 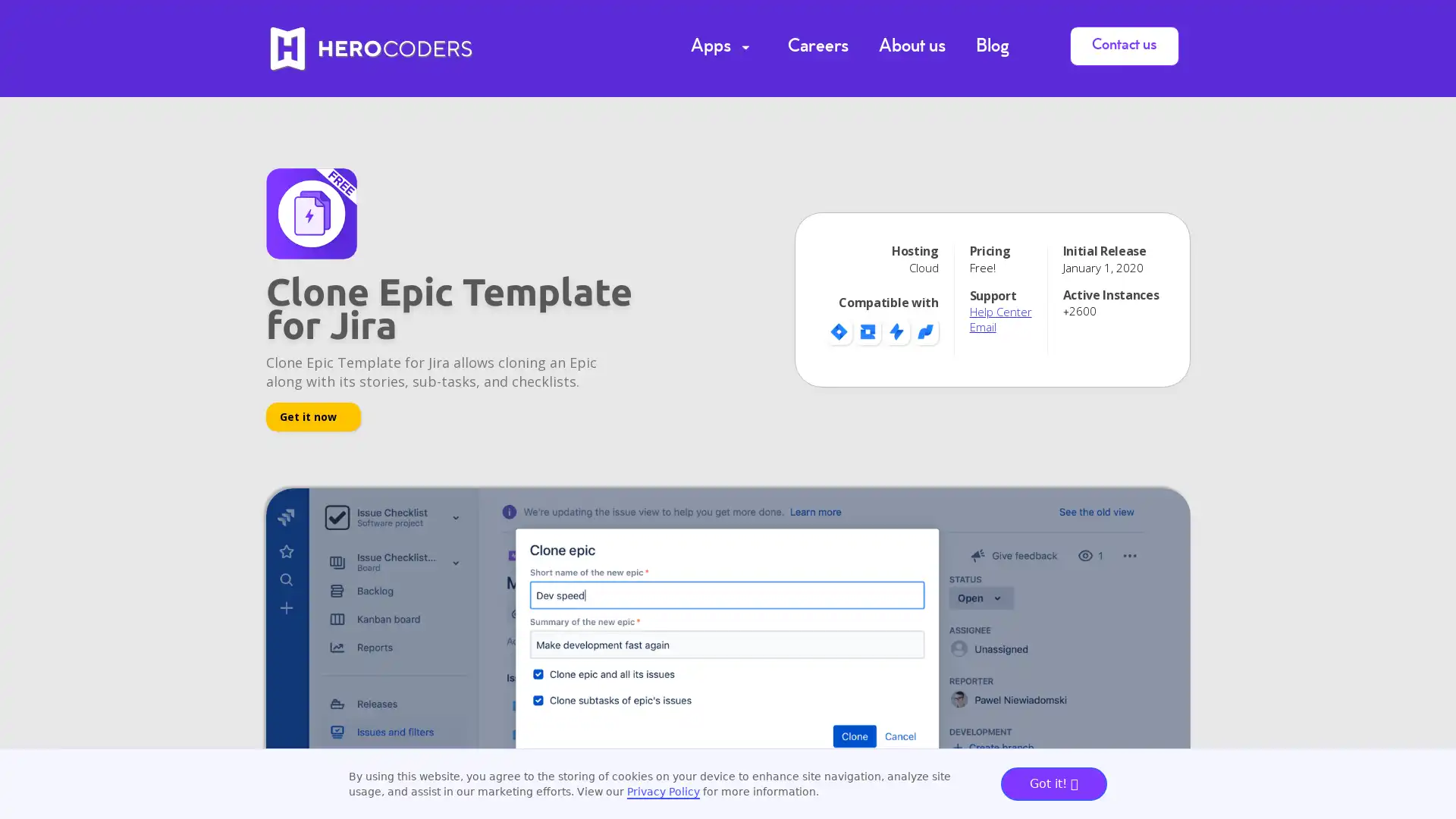 I want to click on Got it!, so click(x=1053, y=783).